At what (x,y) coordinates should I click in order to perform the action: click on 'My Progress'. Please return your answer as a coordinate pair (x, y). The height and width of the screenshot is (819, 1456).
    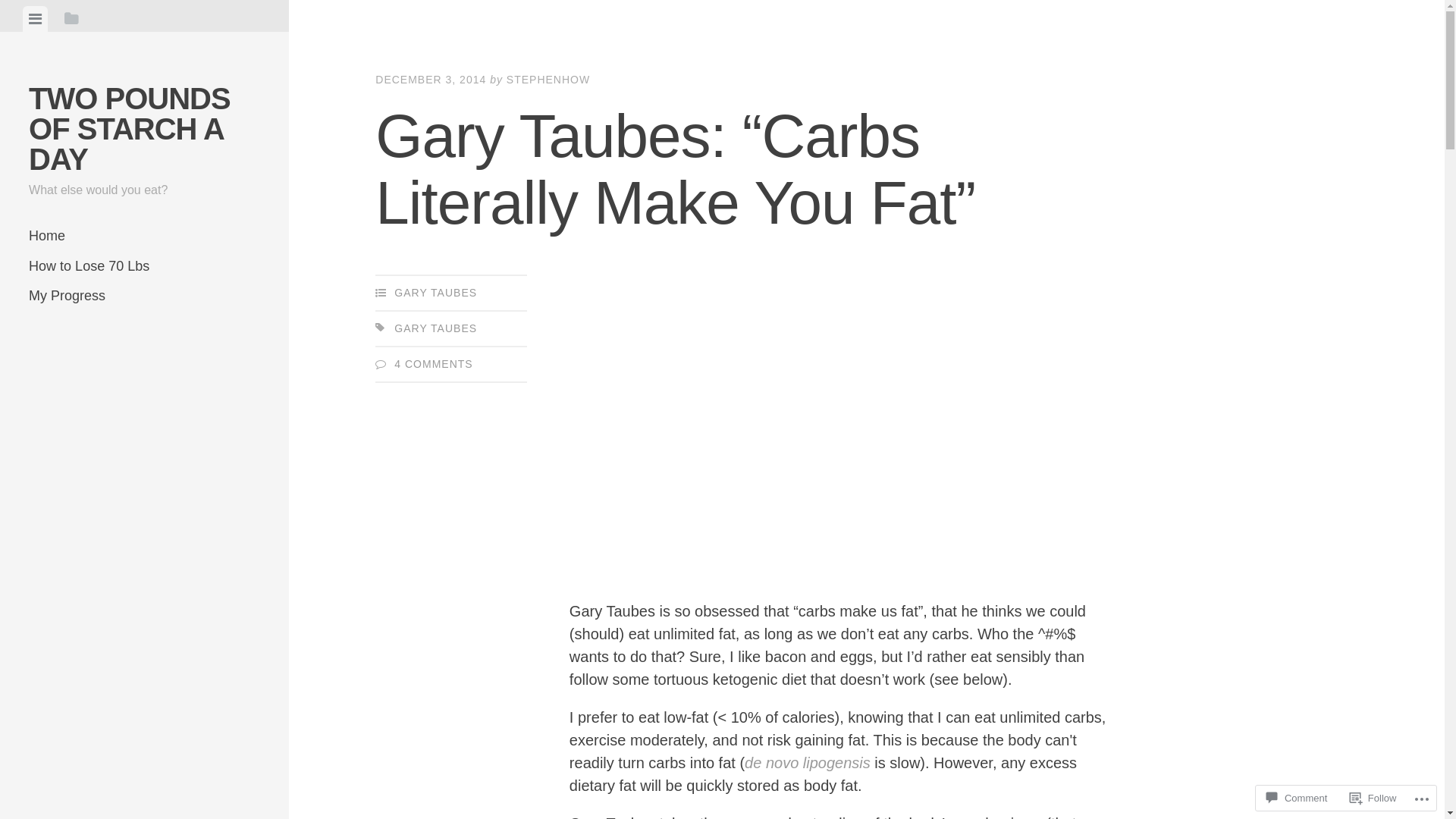
    Looking at the image, I should click on (144, 296).